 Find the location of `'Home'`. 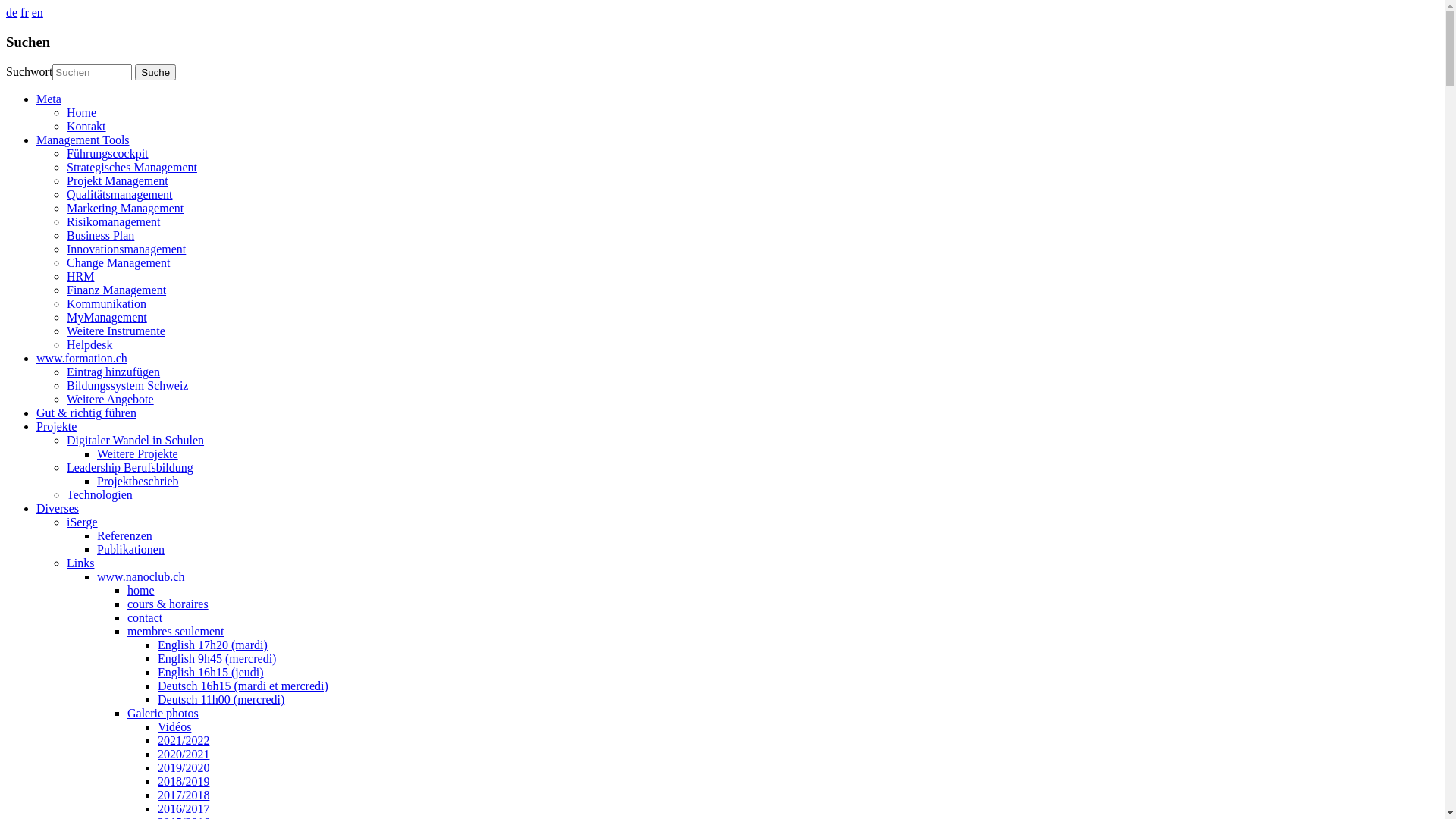

'Home' is located at coordinates (80, 111).